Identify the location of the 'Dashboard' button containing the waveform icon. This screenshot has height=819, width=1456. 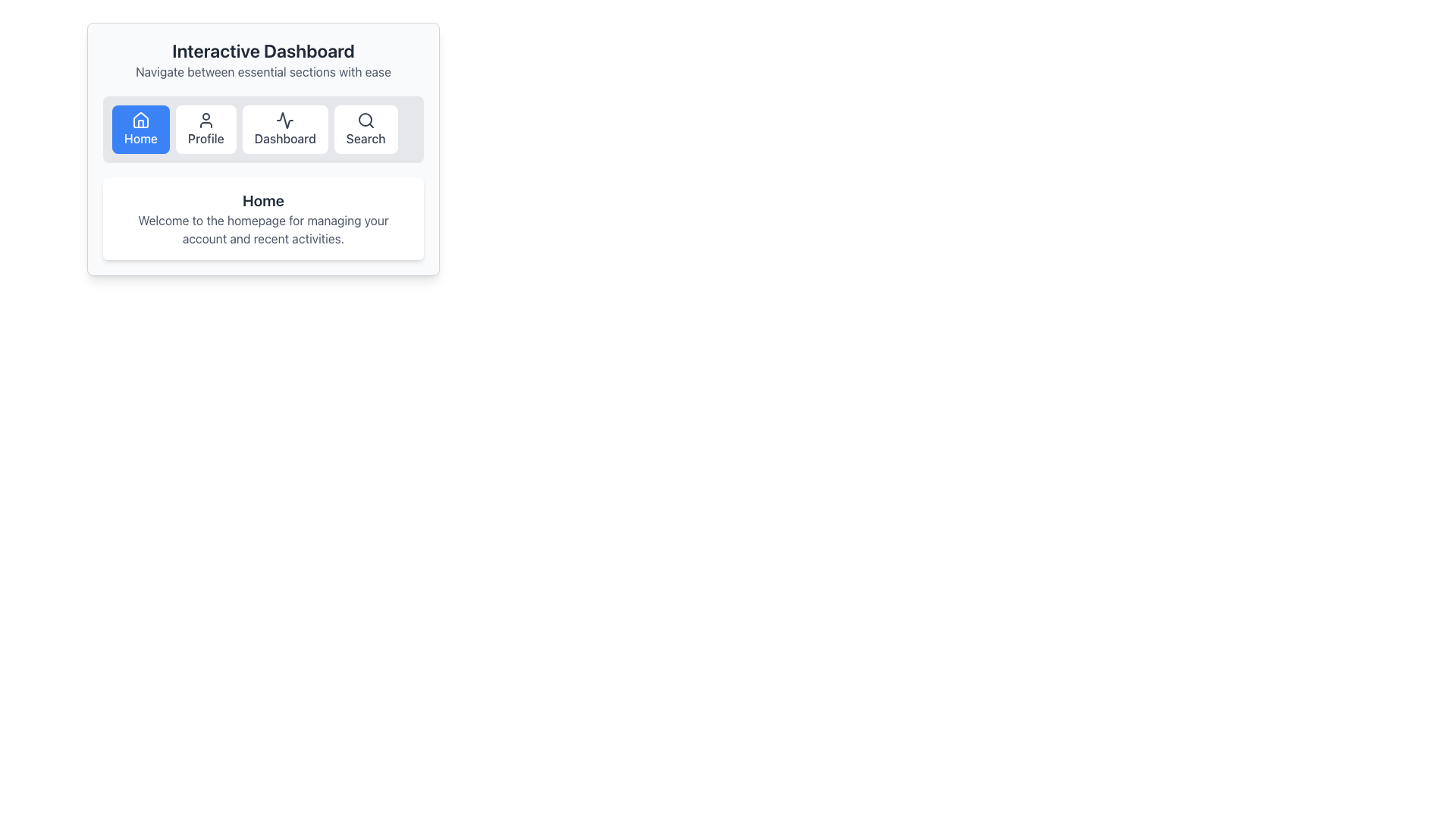
(285, 119).